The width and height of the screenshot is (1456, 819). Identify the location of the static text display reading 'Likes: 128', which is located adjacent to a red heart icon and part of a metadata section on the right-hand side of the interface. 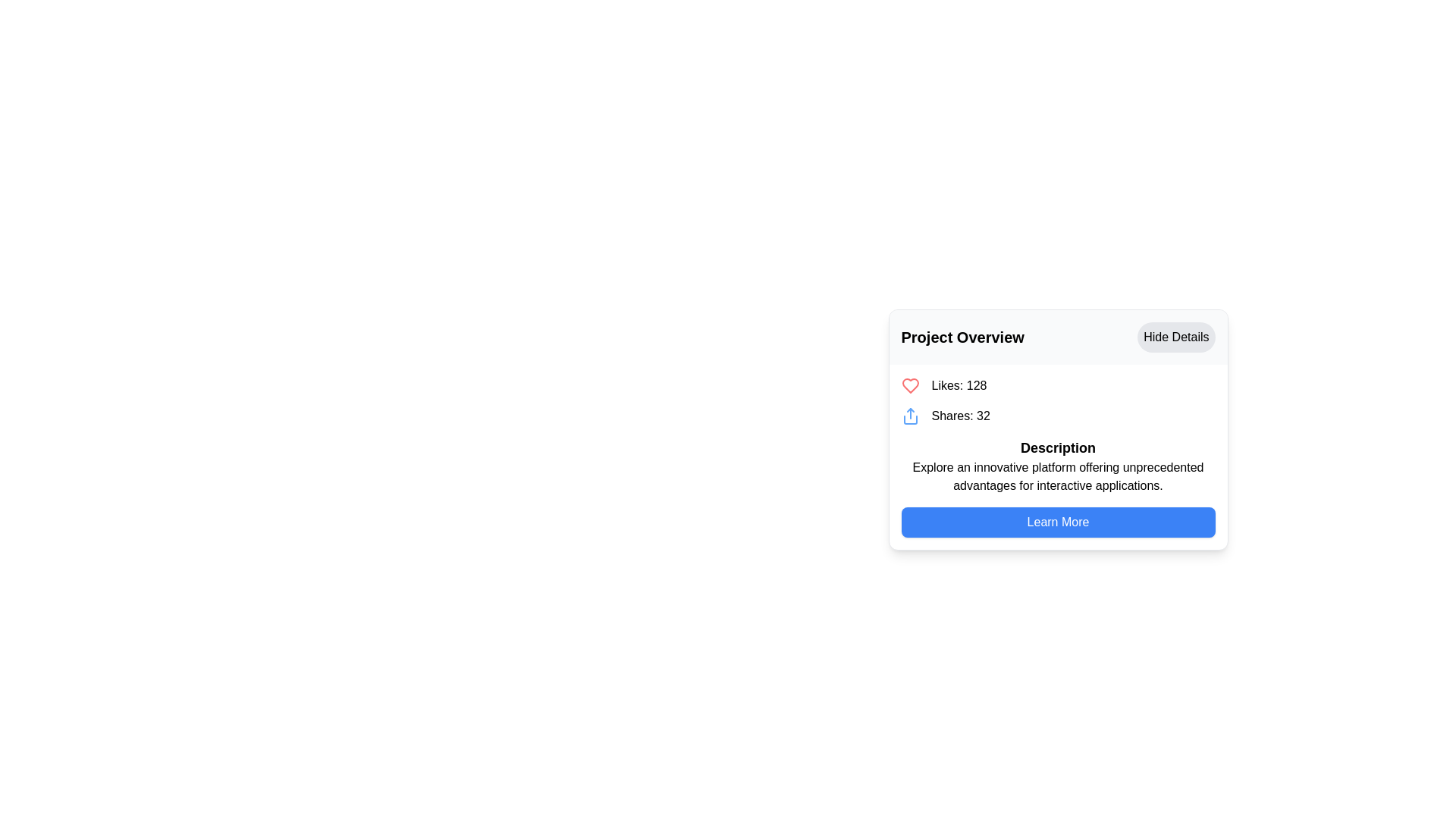
(958, 385).